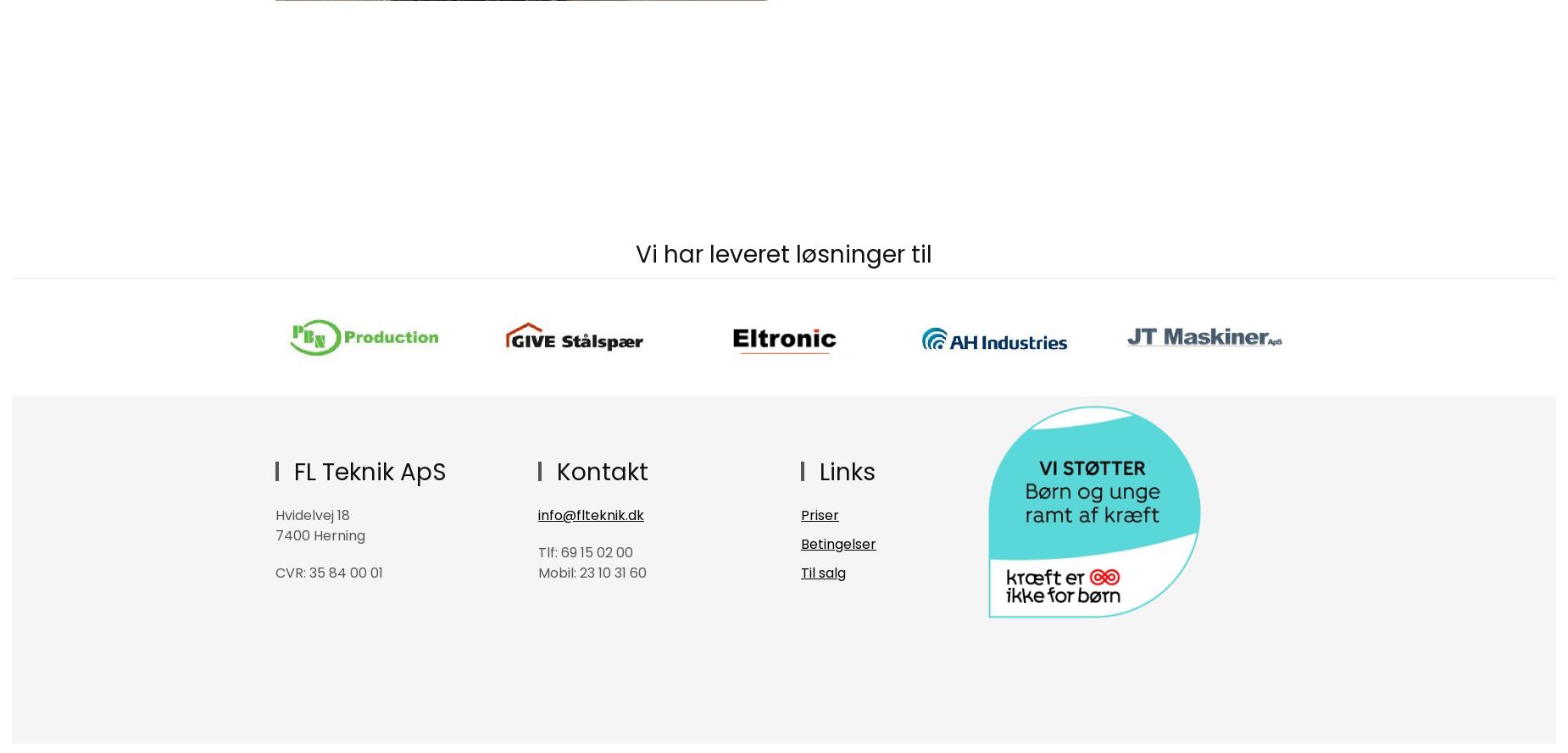 The width and height of the screenshot is (1568, 753). What do you see at coordinates (822, 573) in the screenshot?
I see `'Til salg'` at bounding box center [822, 573].